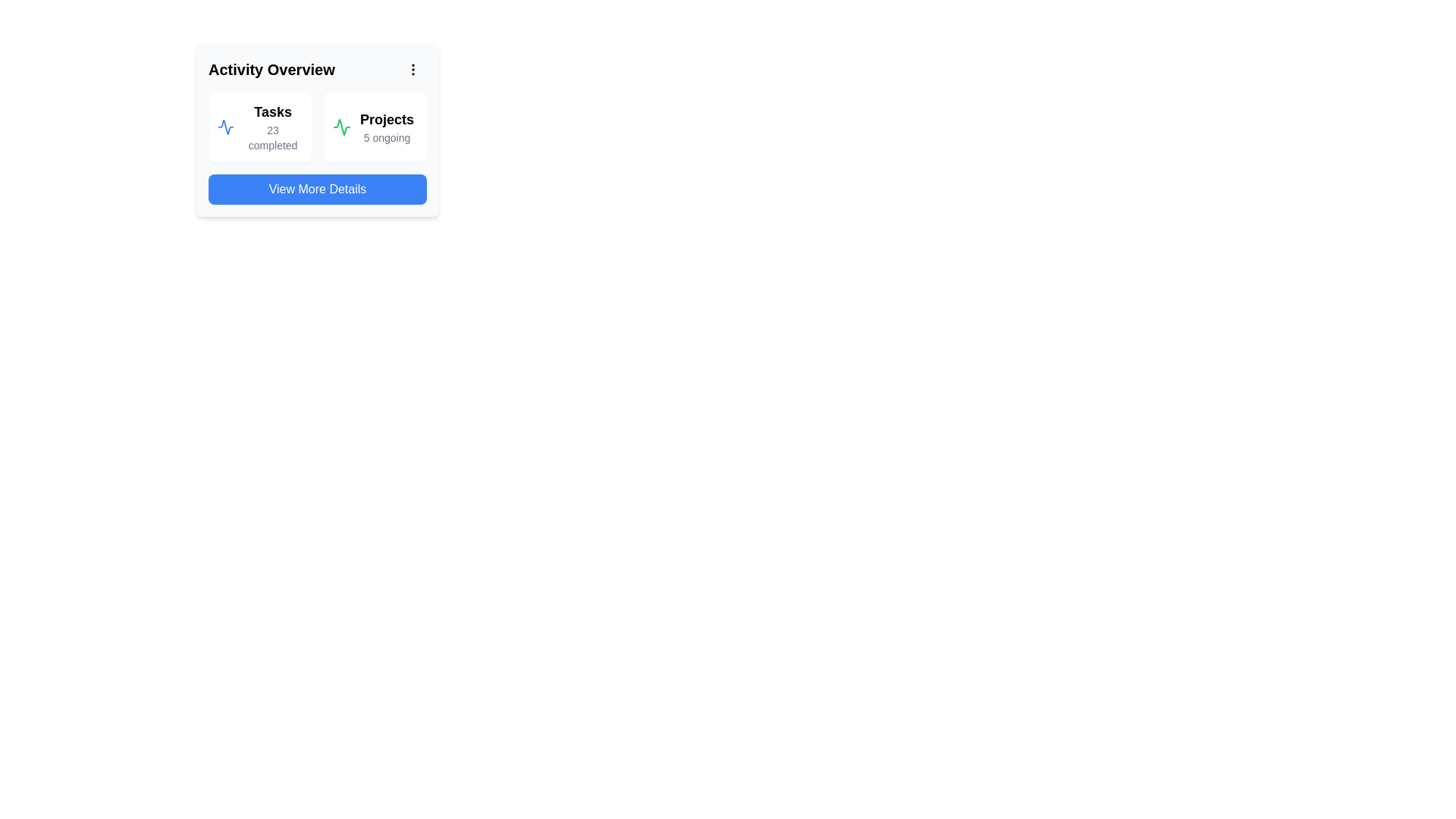 This screenshot has width=1456, height=819. Describe the element at coordinates (273, 137) in the screenshot. I see `text displayed in the Text Label with the phrase '23 completed', located below the 'Tasks' header in the 'Activity Overview' card interface` at that location.